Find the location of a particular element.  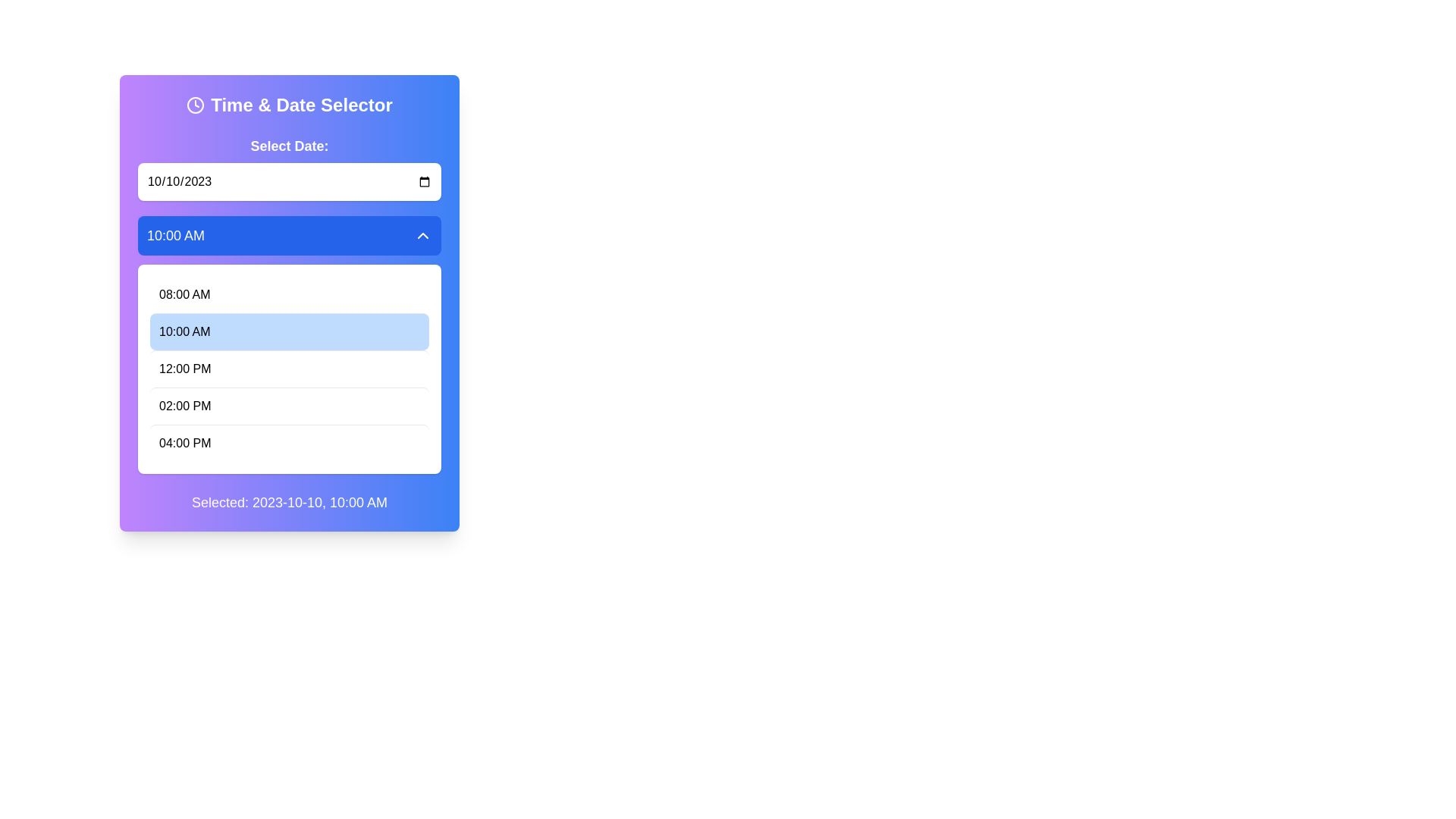

the selectable time slot labeled '02:00 PM' in the dropdown menu is located at coordinates (290, 405).